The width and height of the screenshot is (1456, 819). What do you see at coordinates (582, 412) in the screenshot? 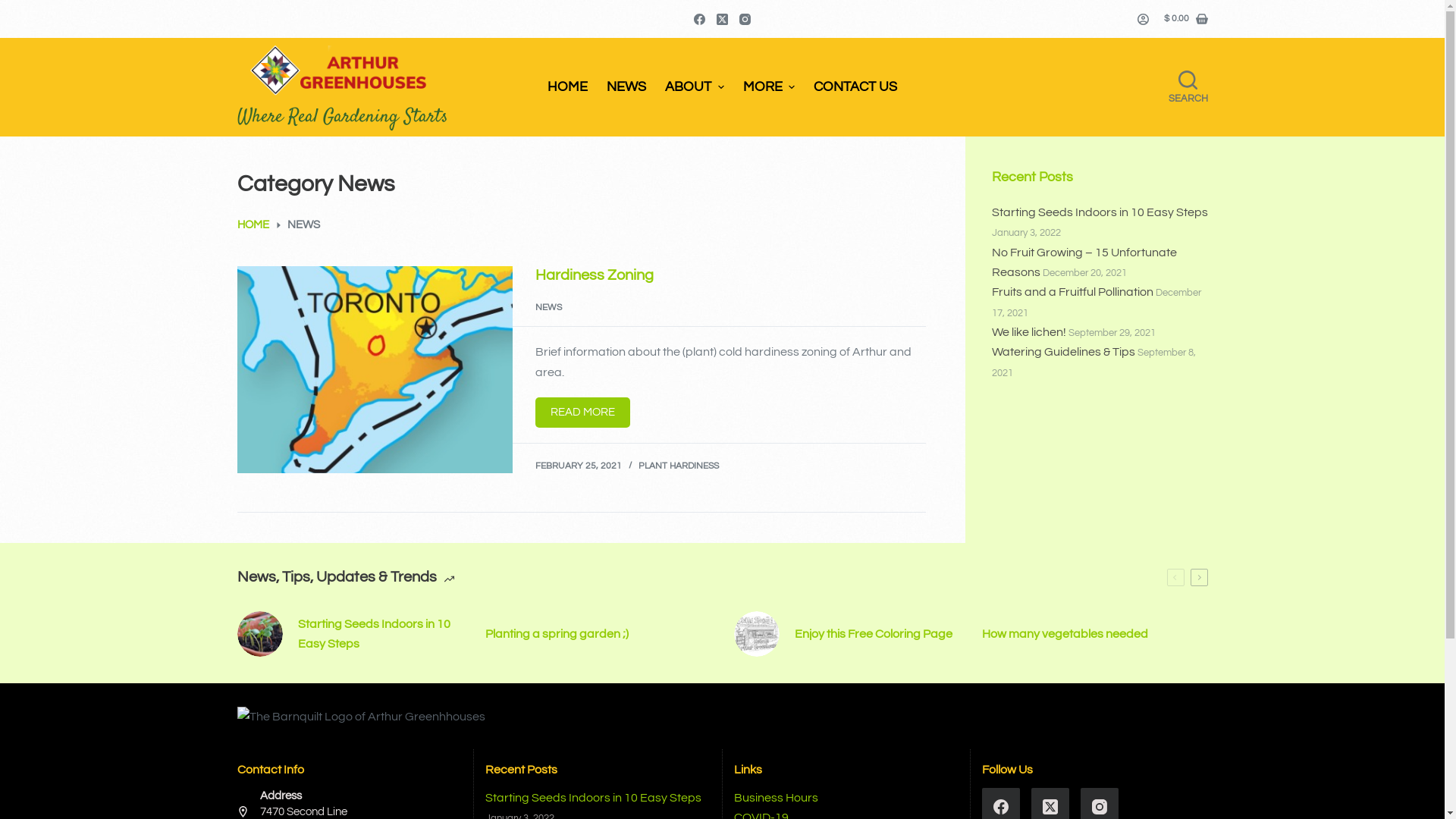
I see `'READ MORE'` at bounding box center [582, 412].